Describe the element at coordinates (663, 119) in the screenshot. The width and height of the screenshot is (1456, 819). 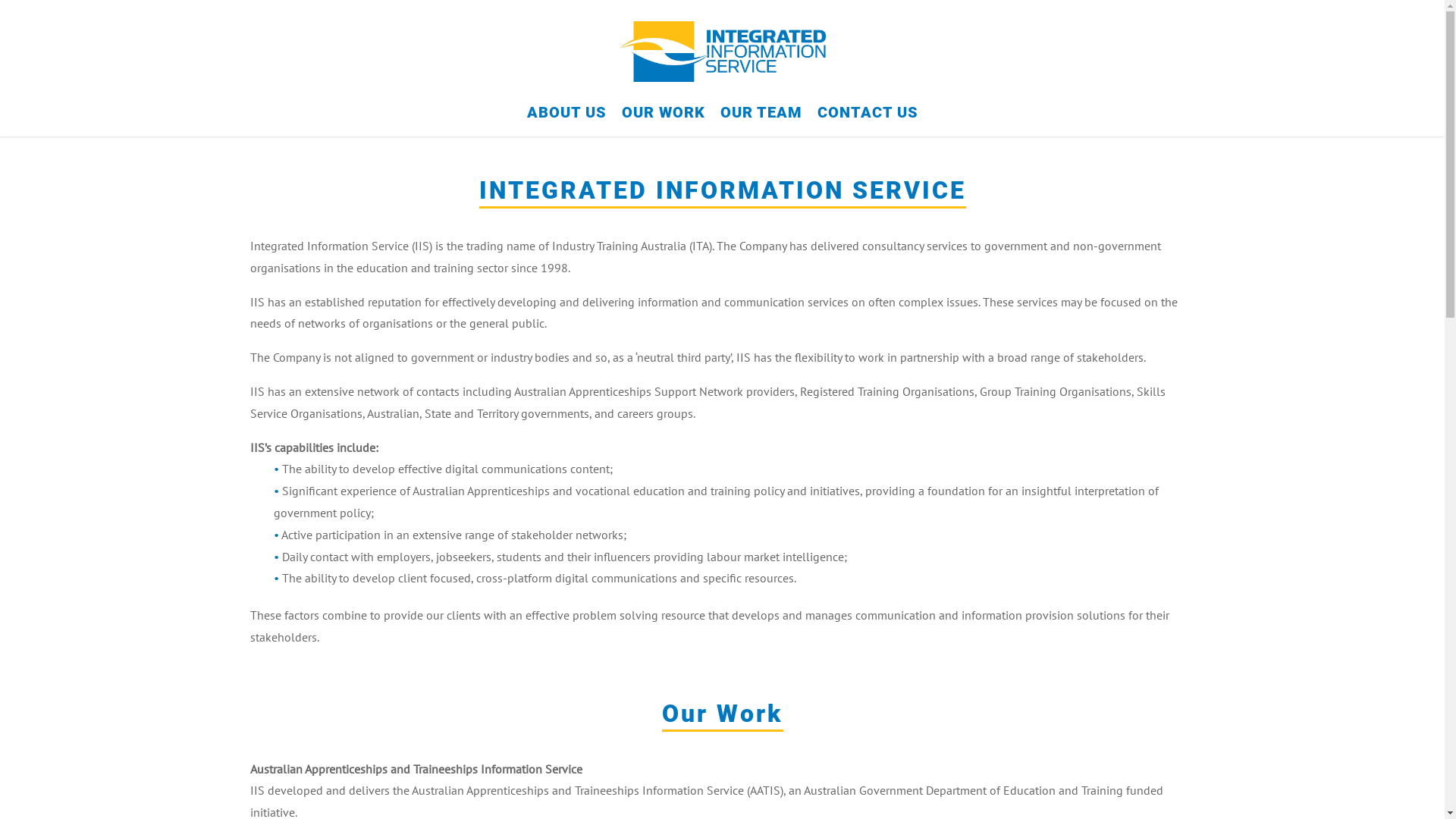
I see `'OUR WORK'` at that location.